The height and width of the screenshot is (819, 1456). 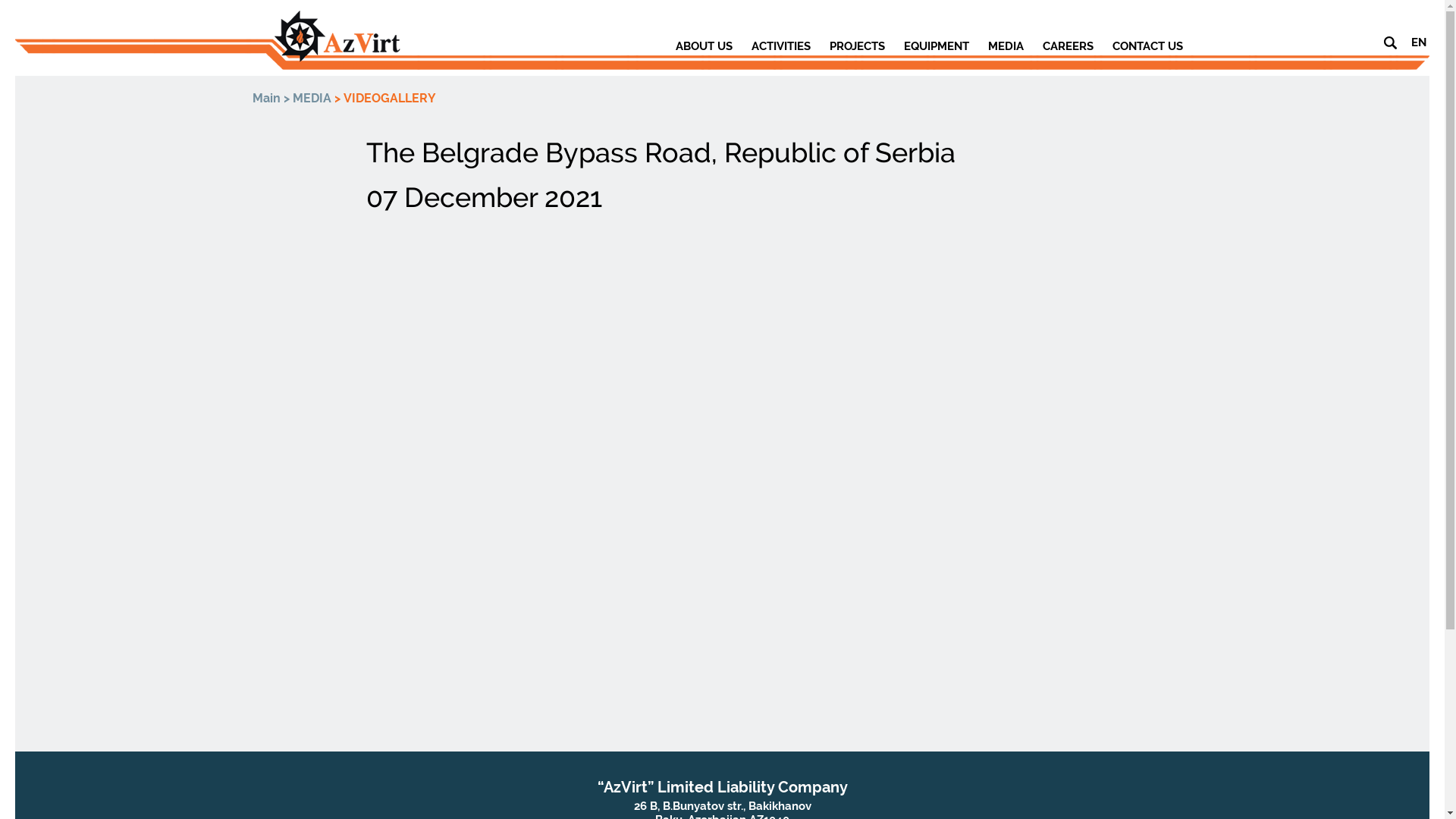 What do you see at coordinates (857, 45) in the screenshot?
I see `'PROJECTS'` at bounding box center [857, 45].